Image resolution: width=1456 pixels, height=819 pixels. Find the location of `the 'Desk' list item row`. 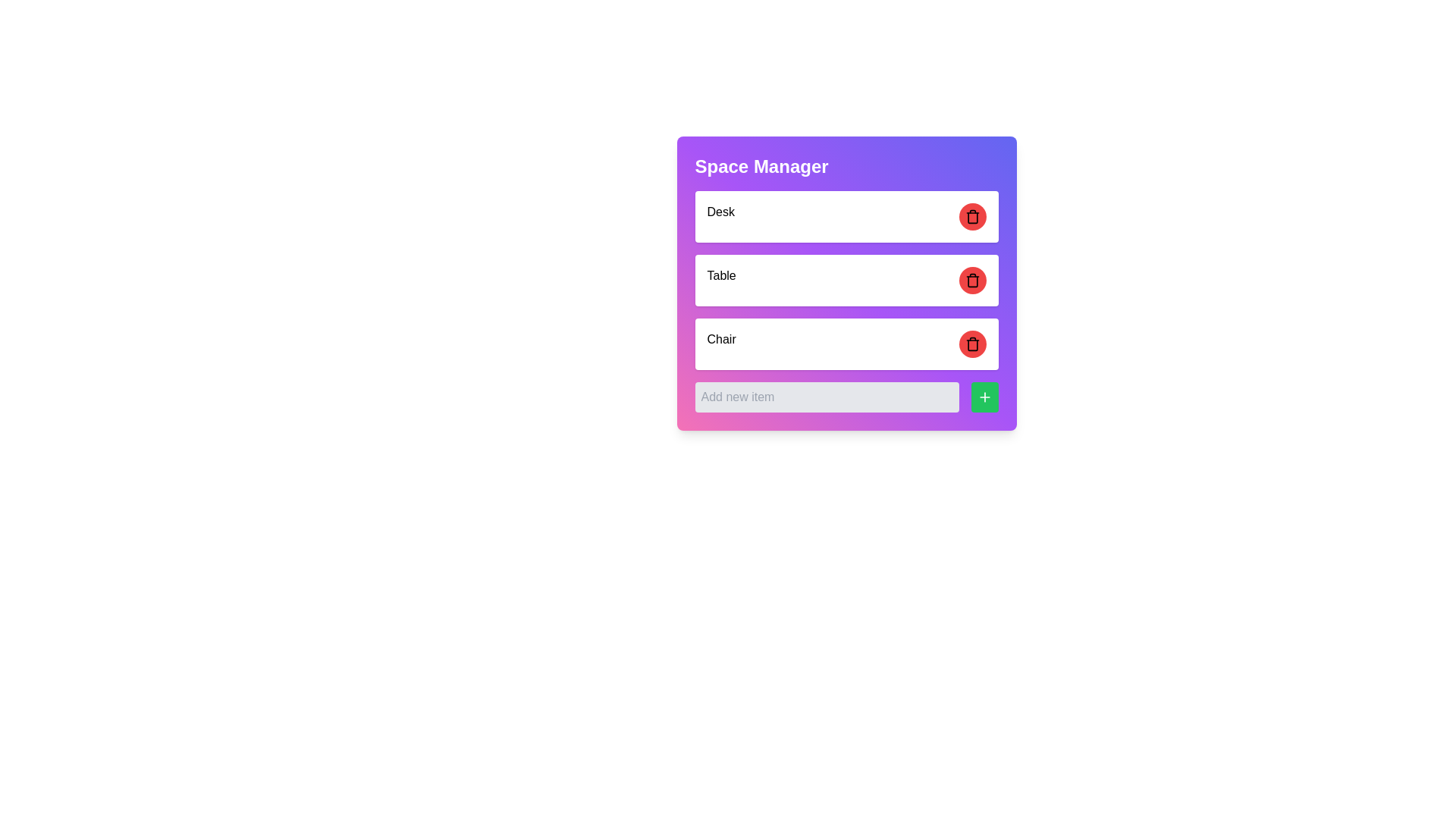

the 'Desk' list item row is located at coordinates (846, 216).